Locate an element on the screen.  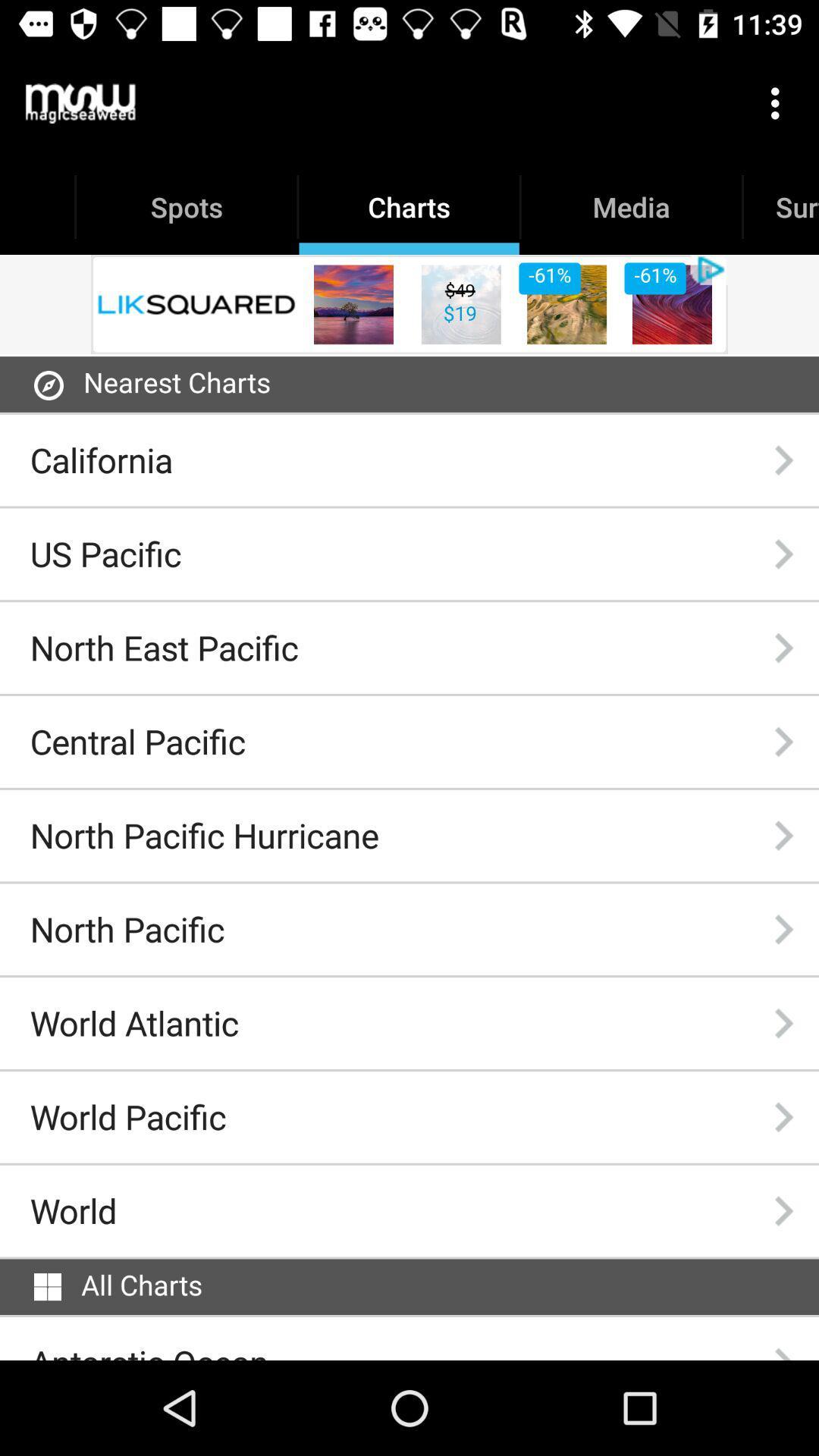
icon above the antarctic ocean is located at coordinates (46, 1286).